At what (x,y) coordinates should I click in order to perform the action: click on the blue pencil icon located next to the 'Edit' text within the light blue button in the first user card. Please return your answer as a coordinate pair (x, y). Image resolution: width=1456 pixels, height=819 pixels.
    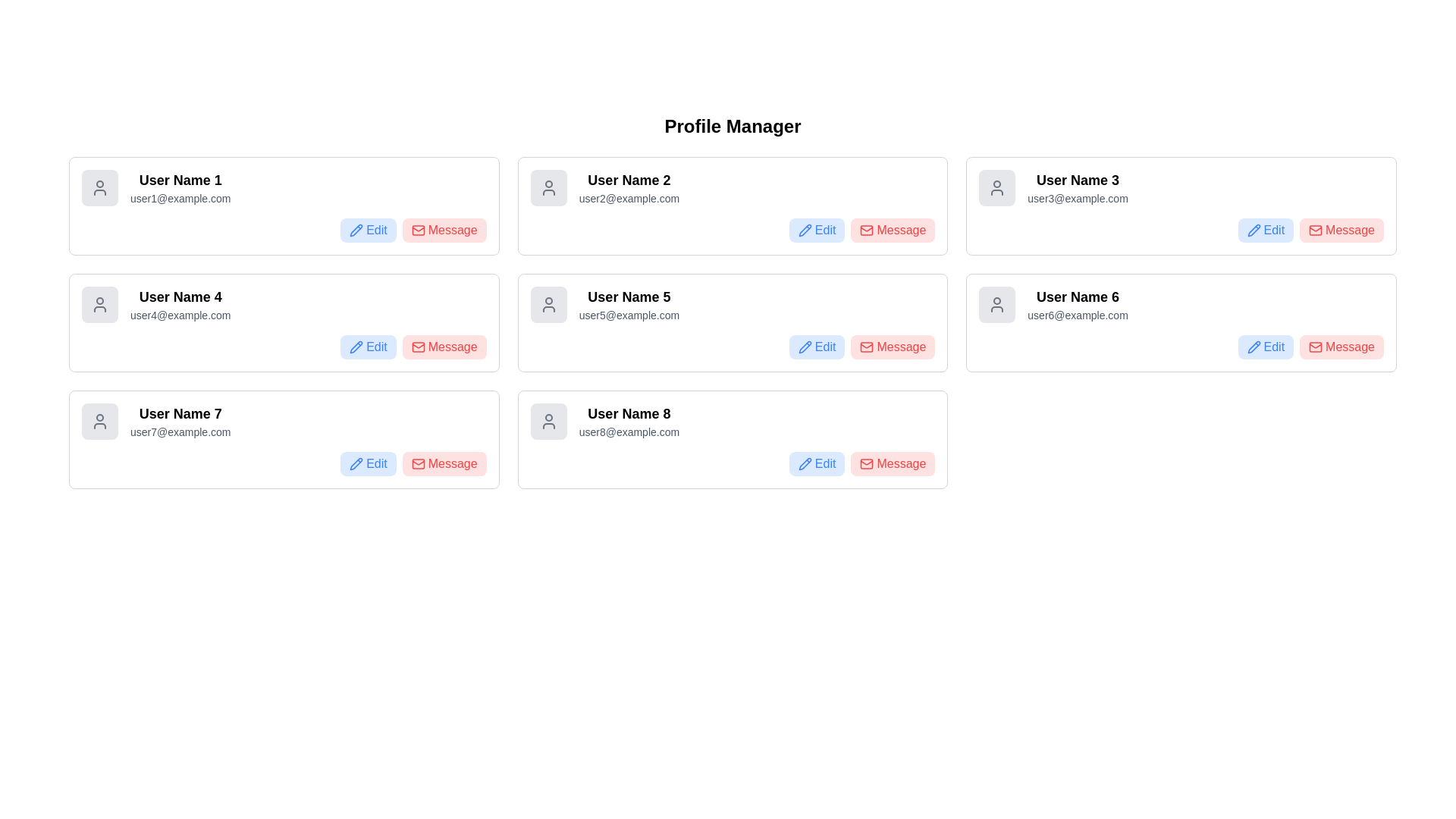
    Looking at the image, I should click on (356, 231).